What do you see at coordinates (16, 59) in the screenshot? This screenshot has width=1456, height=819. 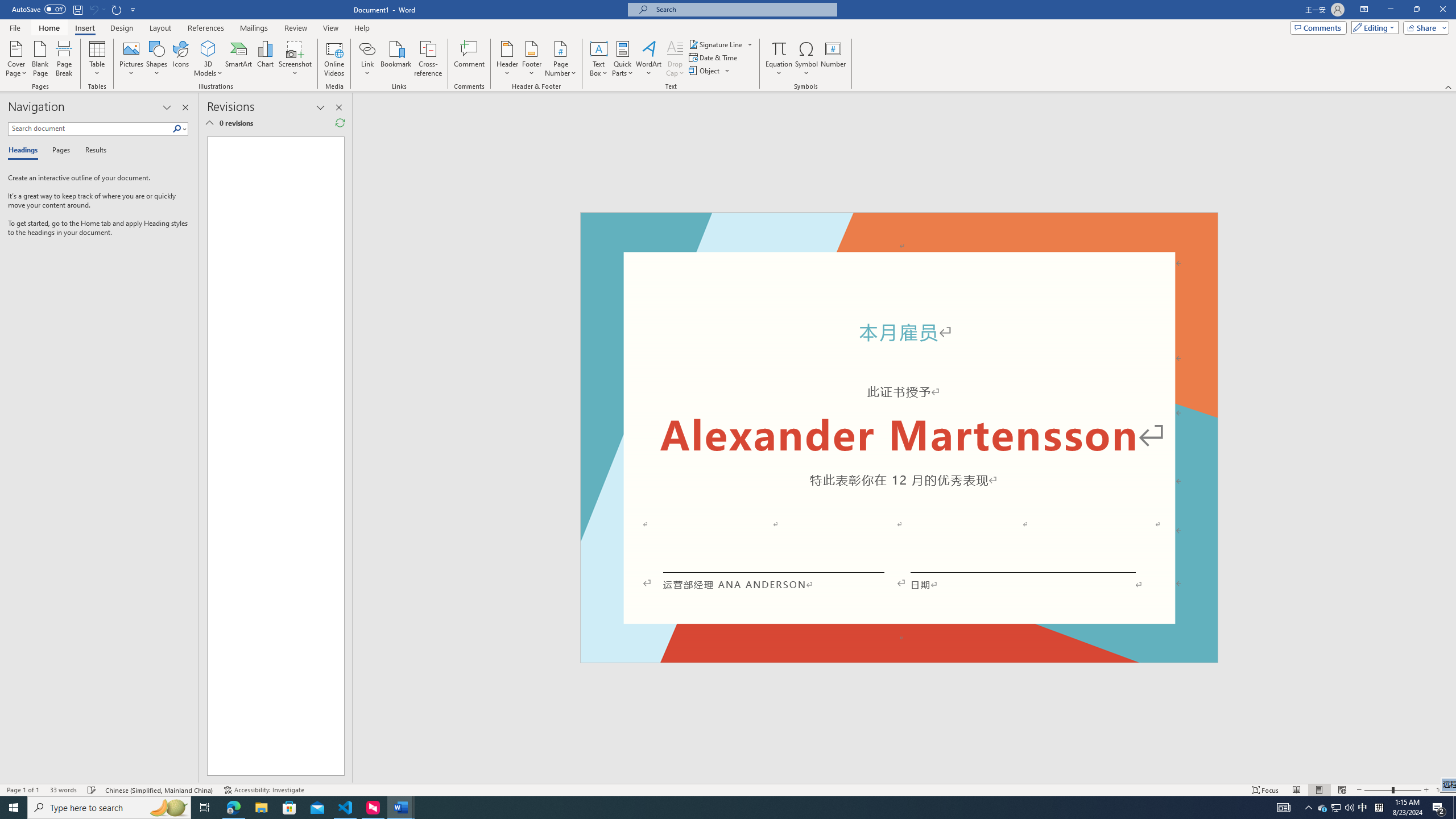 I see `'Cover Page'` at bounding box center [16, 59].